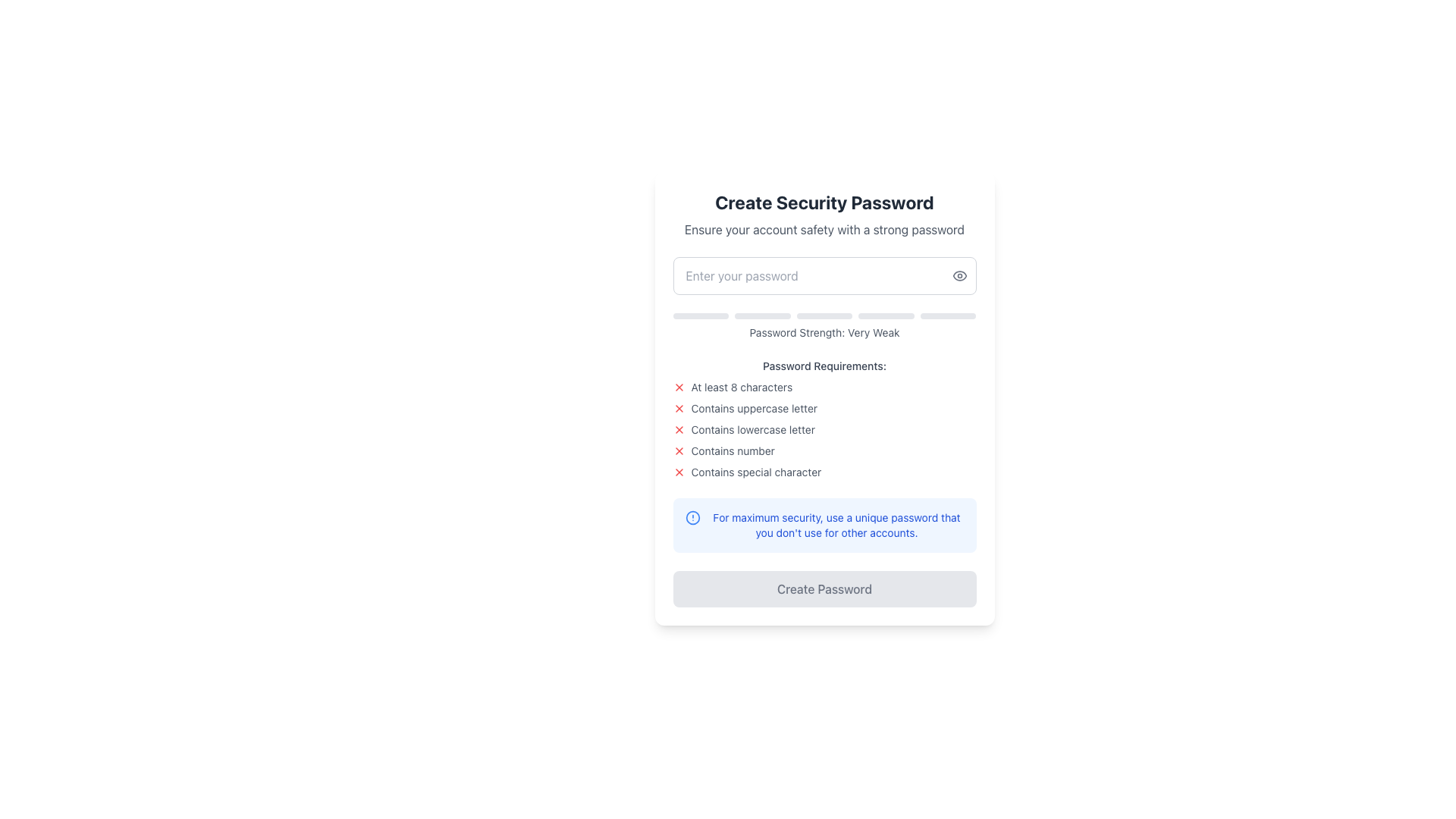 The image size is (1456, 819). I want to click on the third bar of the password strength indicator, which is located below the password input field and above the 'Password Strength' label, so click(824, 315).